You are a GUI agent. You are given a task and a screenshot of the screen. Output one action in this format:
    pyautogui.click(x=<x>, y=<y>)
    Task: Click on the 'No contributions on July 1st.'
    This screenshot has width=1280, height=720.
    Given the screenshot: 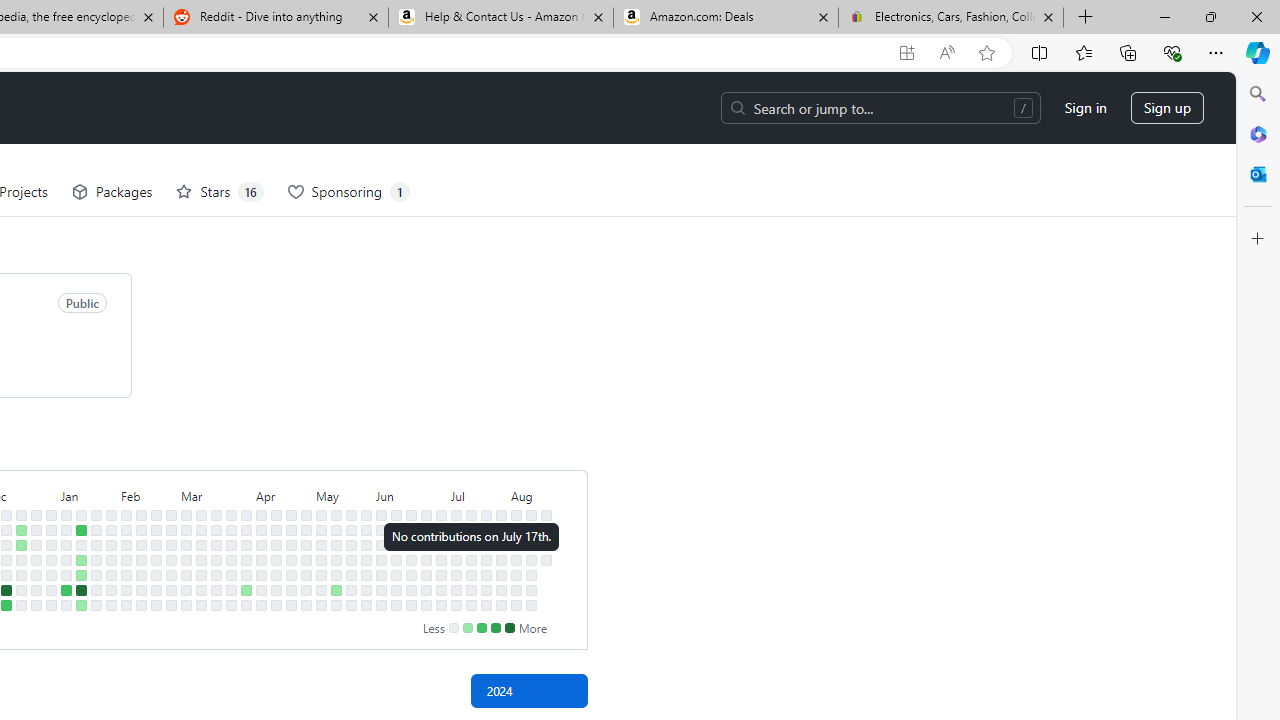 What is the action you would take?
    pyautogui.click(x=440, y=528)
    